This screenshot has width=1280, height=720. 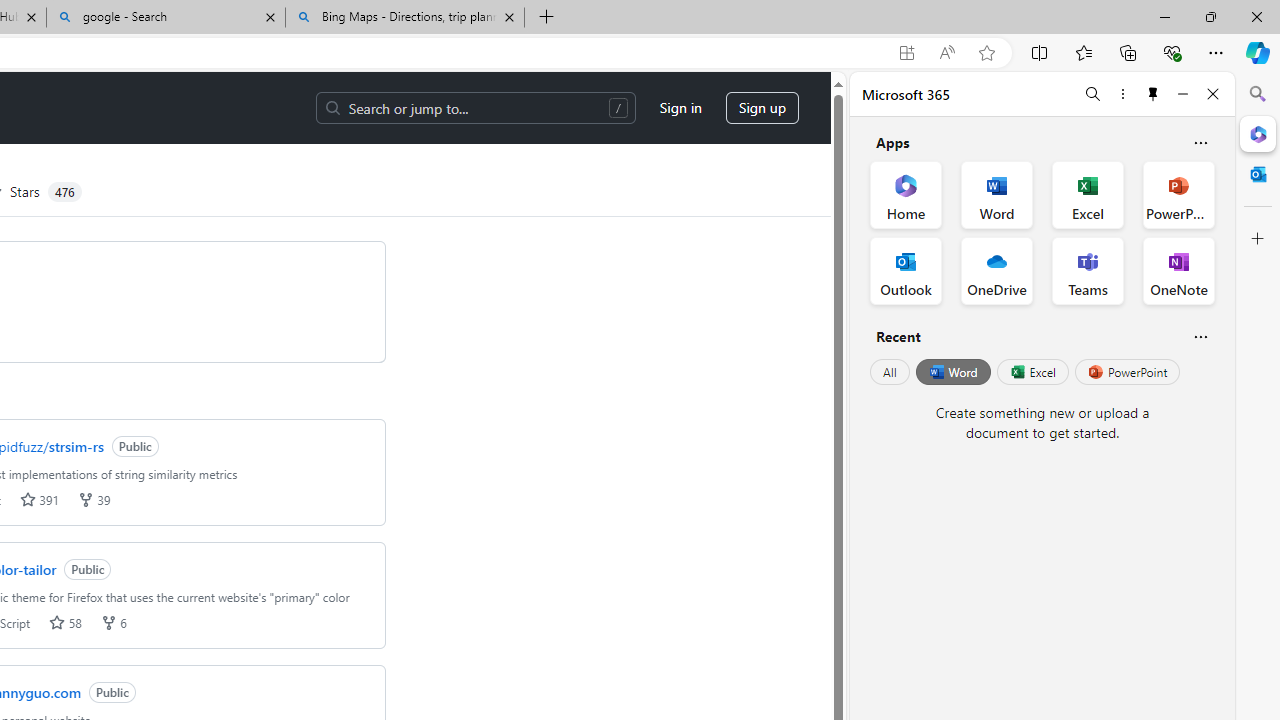 I want to click on 'forks 39', so click(x=93, y=498).